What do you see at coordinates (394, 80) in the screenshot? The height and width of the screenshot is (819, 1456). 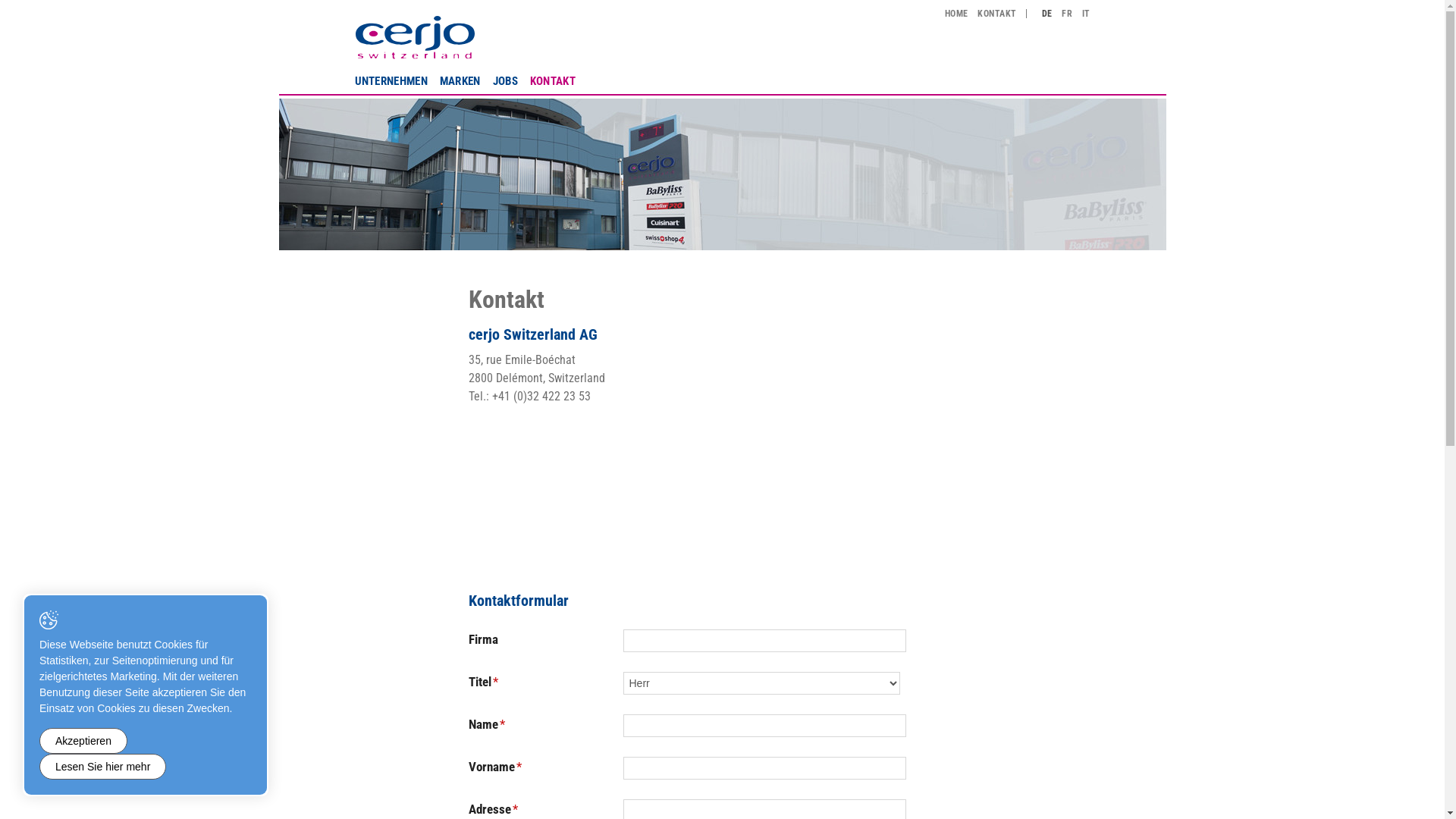 I see `'UNTERNEHMEN'` at bounding box center [394, 80].